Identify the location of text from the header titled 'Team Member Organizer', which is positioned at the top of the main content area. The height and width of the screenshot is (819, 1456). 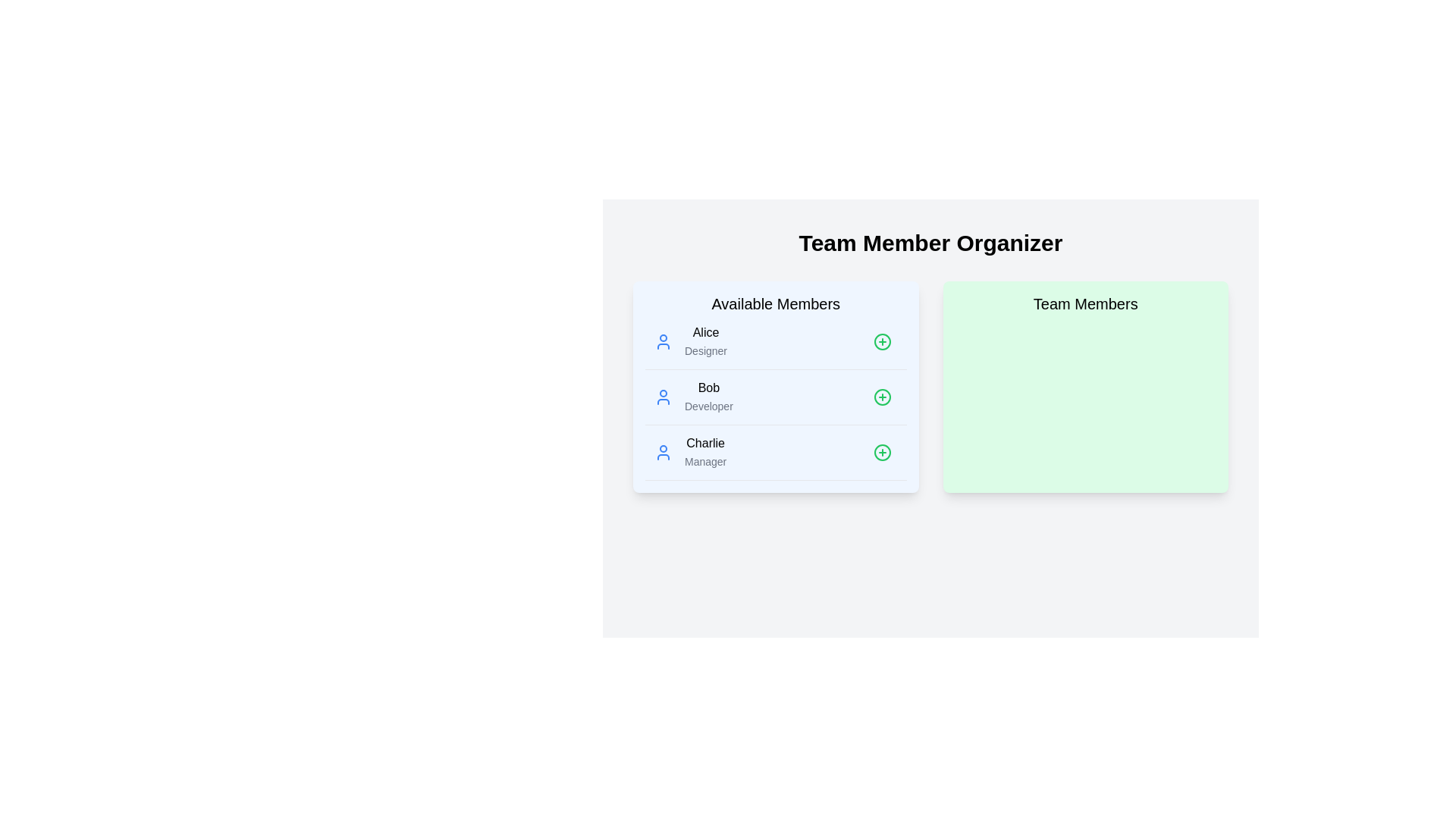
(930, 242).